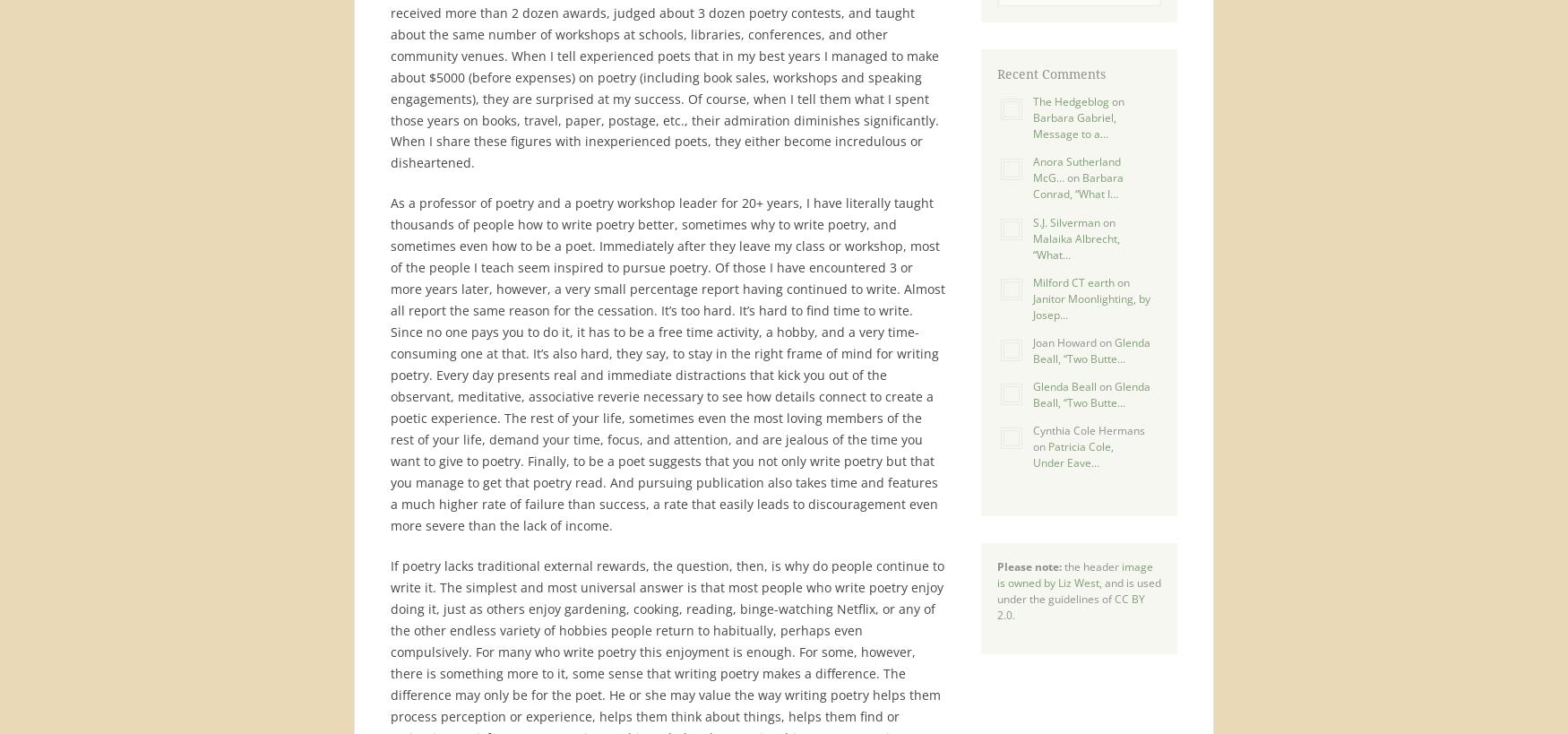 This screenshot has width=1568, height=734. What do you see at coordinates (1032, 306) in the screenshot?
I see `'Janitor Moonlighting, by Josep…'` at bounding box center [1032, 306].